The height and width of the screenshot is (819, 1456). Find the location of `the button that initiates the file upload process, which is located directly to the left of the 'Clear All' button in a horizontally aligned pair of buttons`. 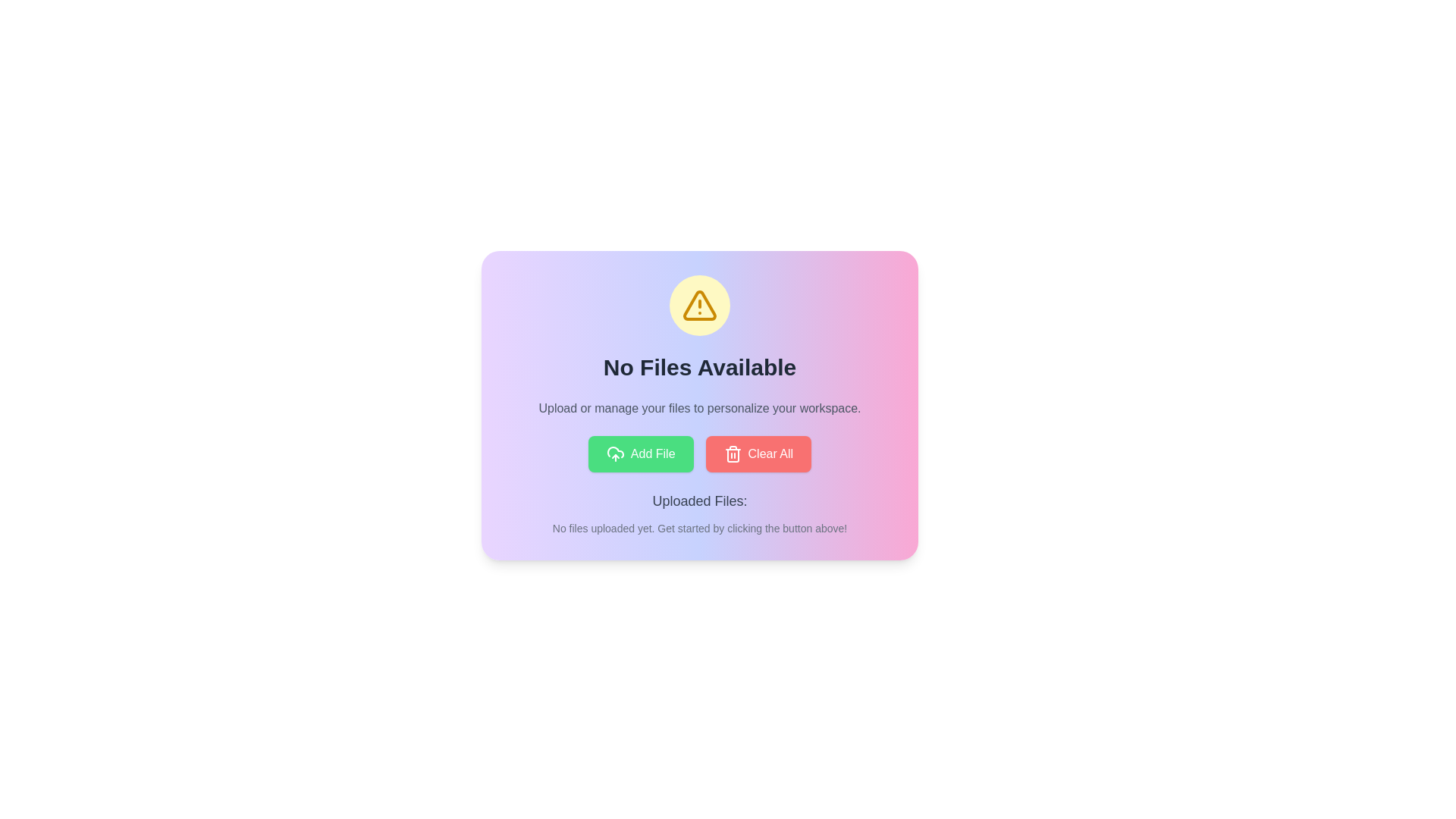

the button that initiates the file upload process, which is located directly to the left of the 'Clear All' button in a horizontally aligned pair of buttons is located at coordinates (641, 453).